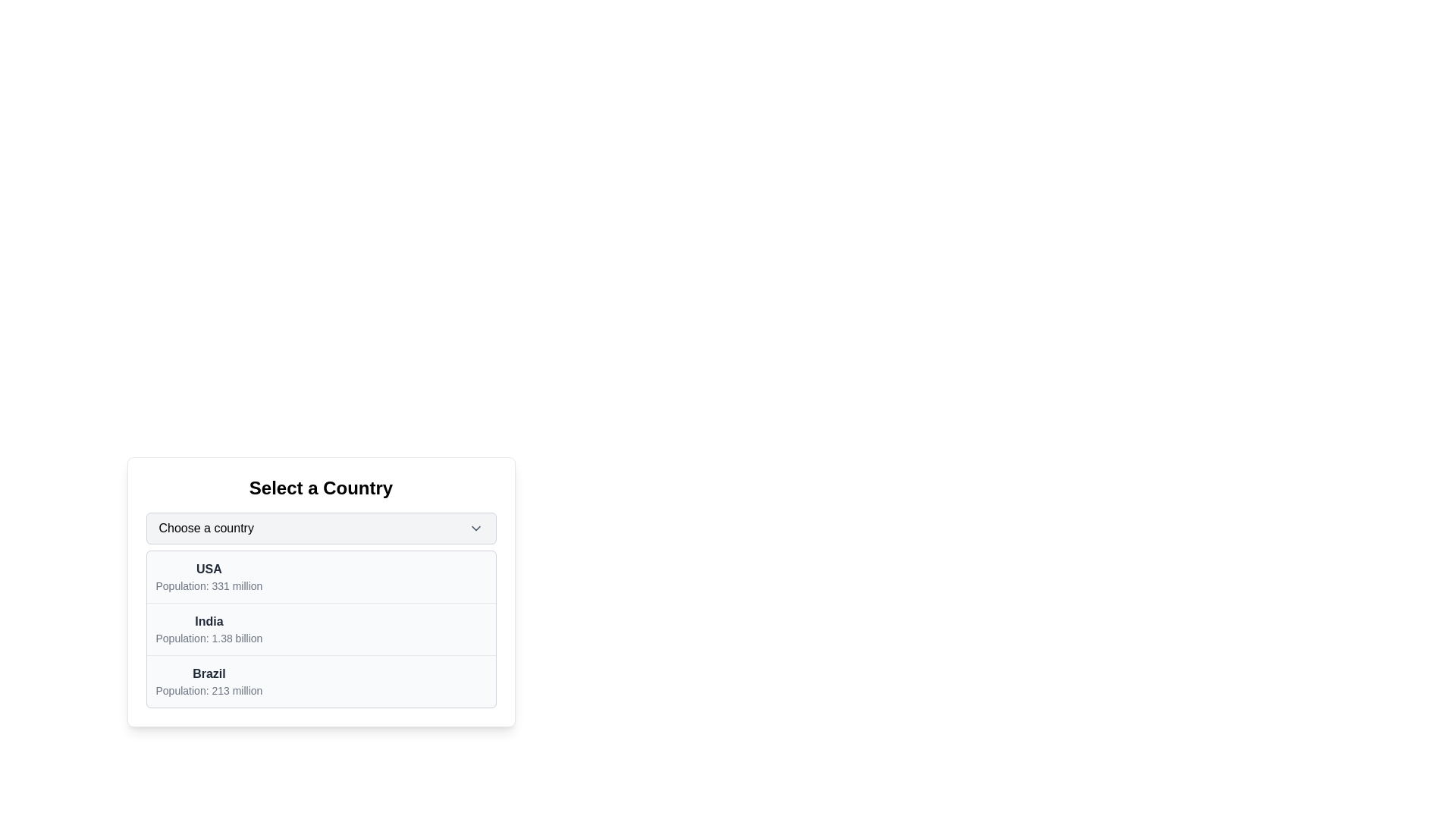 Image resolution: width=1456 pixels, height=819 pixels. What do you see at coordinates (208, 673) in the screenshot?
I see `label text displaying 'Brazil' which is positioned above the population information in a left-aligned dropdown list under the option 'India'` at bounding box center [208, 673].